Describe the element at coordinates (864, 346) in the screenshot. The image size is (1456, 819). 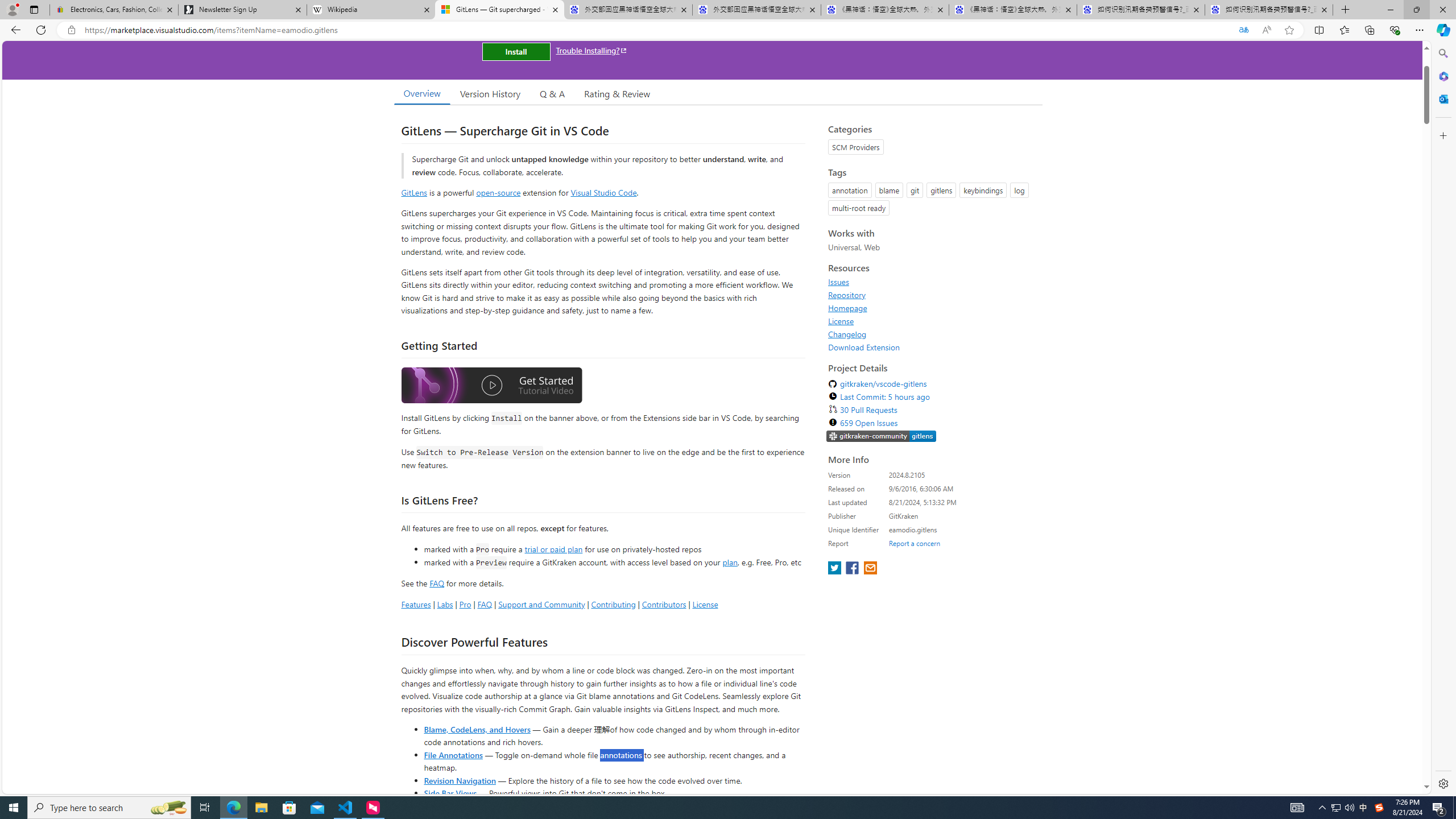
I see `'Download Extension'` at that location.